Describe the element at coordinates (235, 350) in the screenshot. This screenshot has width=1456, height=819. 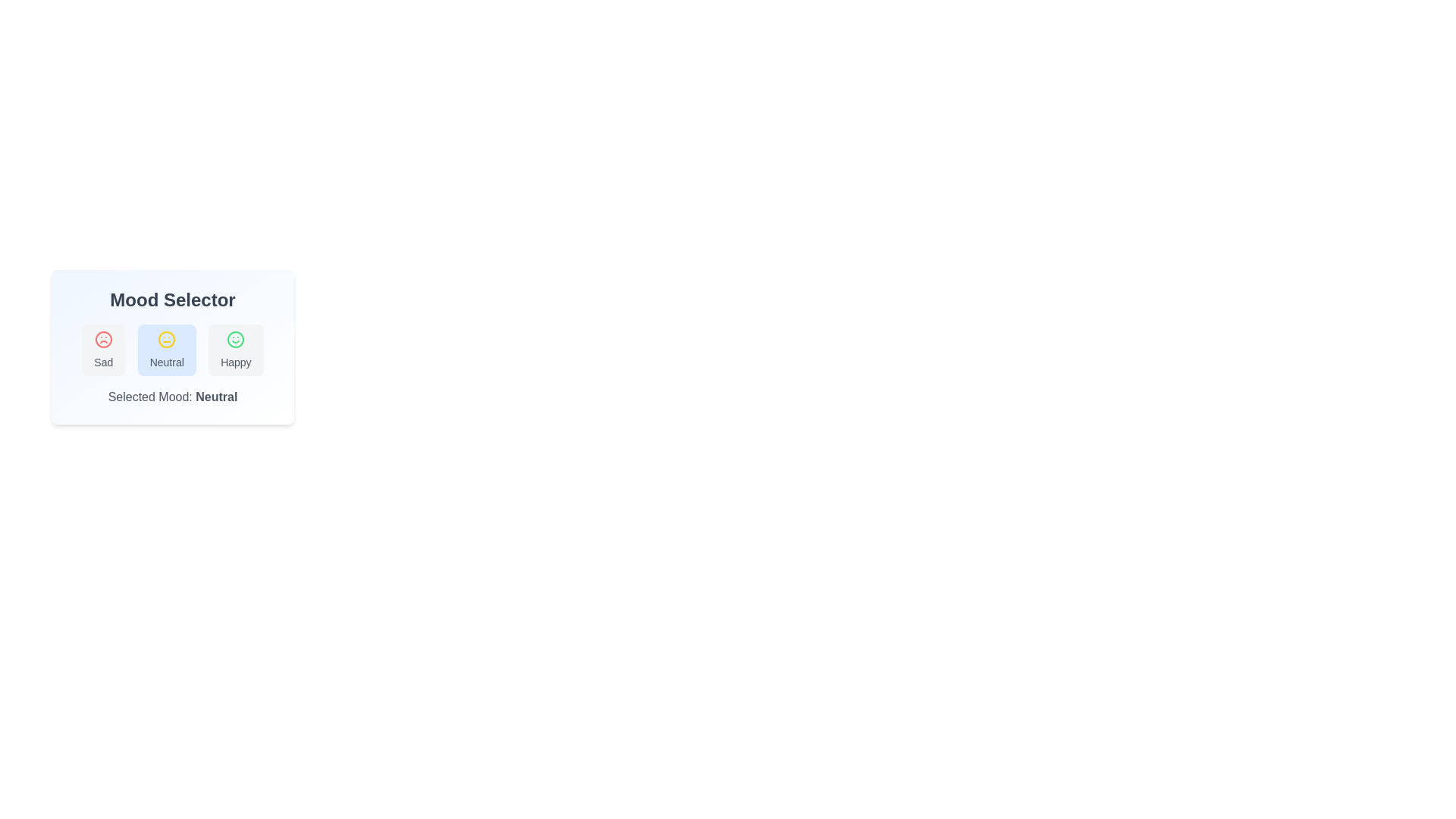
I see `the mood option Happy to select it` at that location.